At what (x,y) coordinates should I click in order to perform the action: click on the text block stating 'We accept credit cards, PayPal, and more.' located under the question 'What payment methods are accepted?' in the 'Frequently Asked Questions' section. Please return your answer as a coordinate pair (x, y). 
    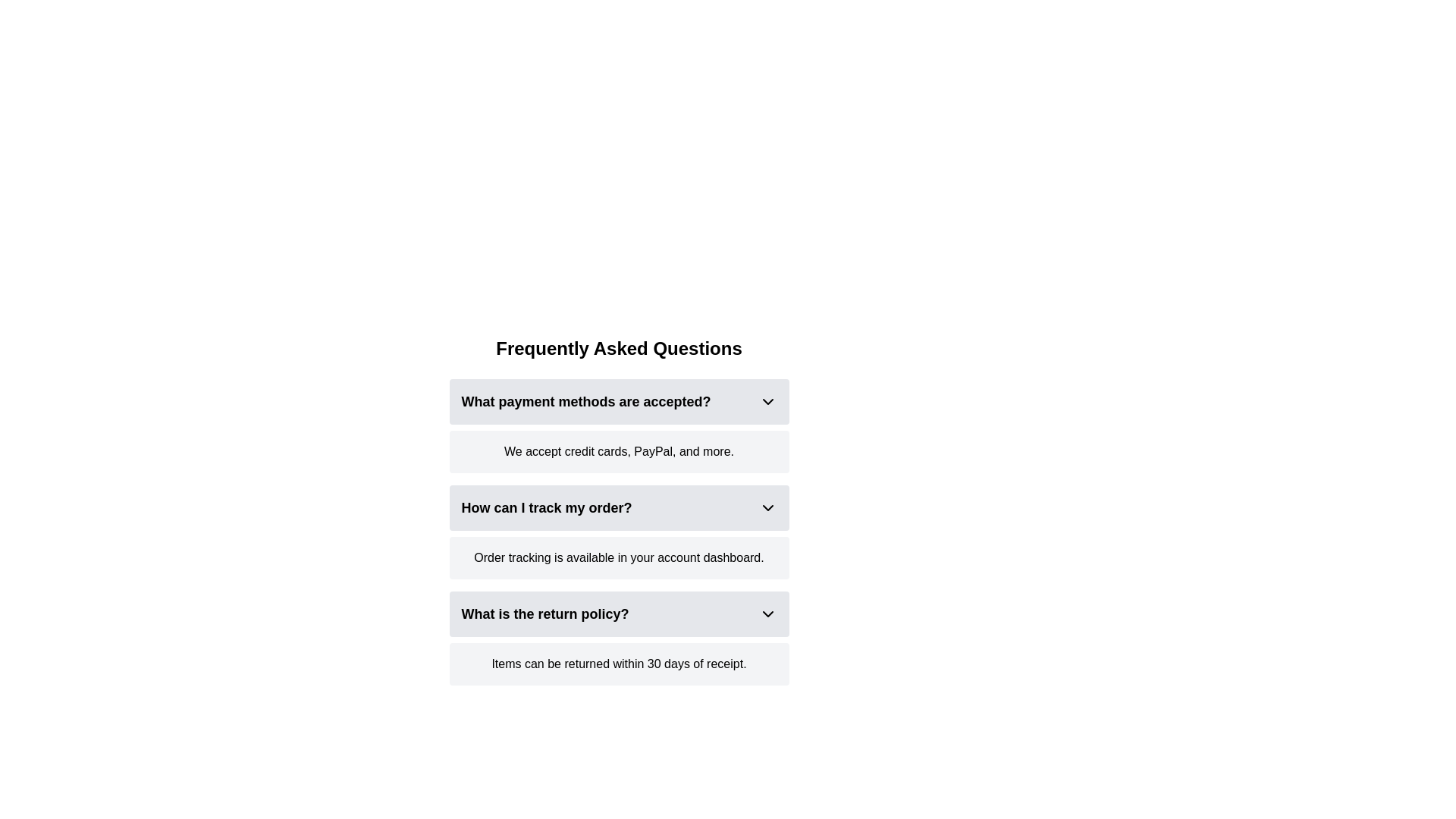
    Looking at the image, I should click on (619, 451).